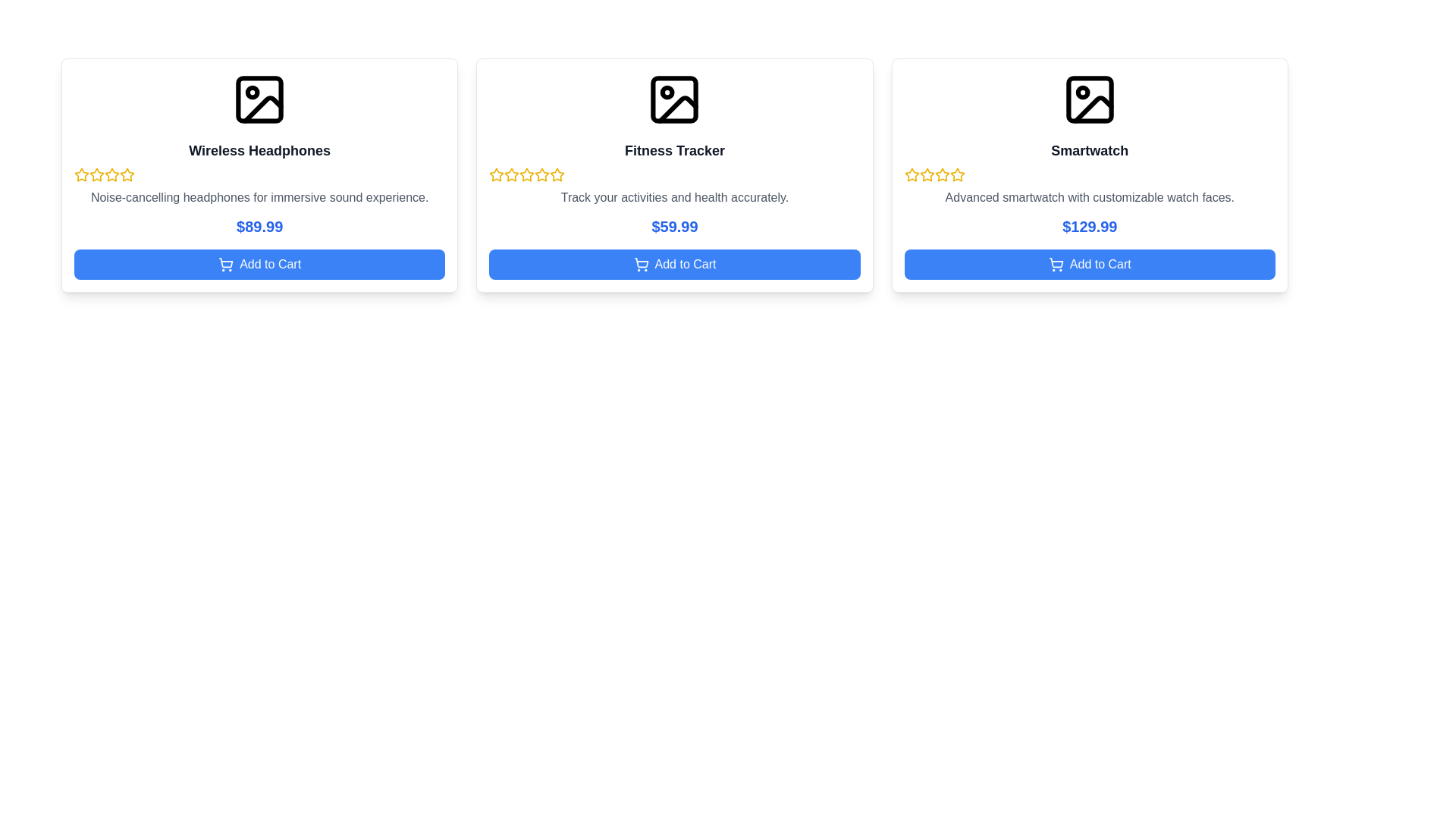 This screenshot has width=1456, height=819. What do you see at coordinates (673, 263) in the screenshot?
I see `the 'Add to Cart' button, which is a rectangular blue button with rounded corners and white text, located at the bottom of the product card for 'Fitness Tracker'` at bounding box center [673, 263].